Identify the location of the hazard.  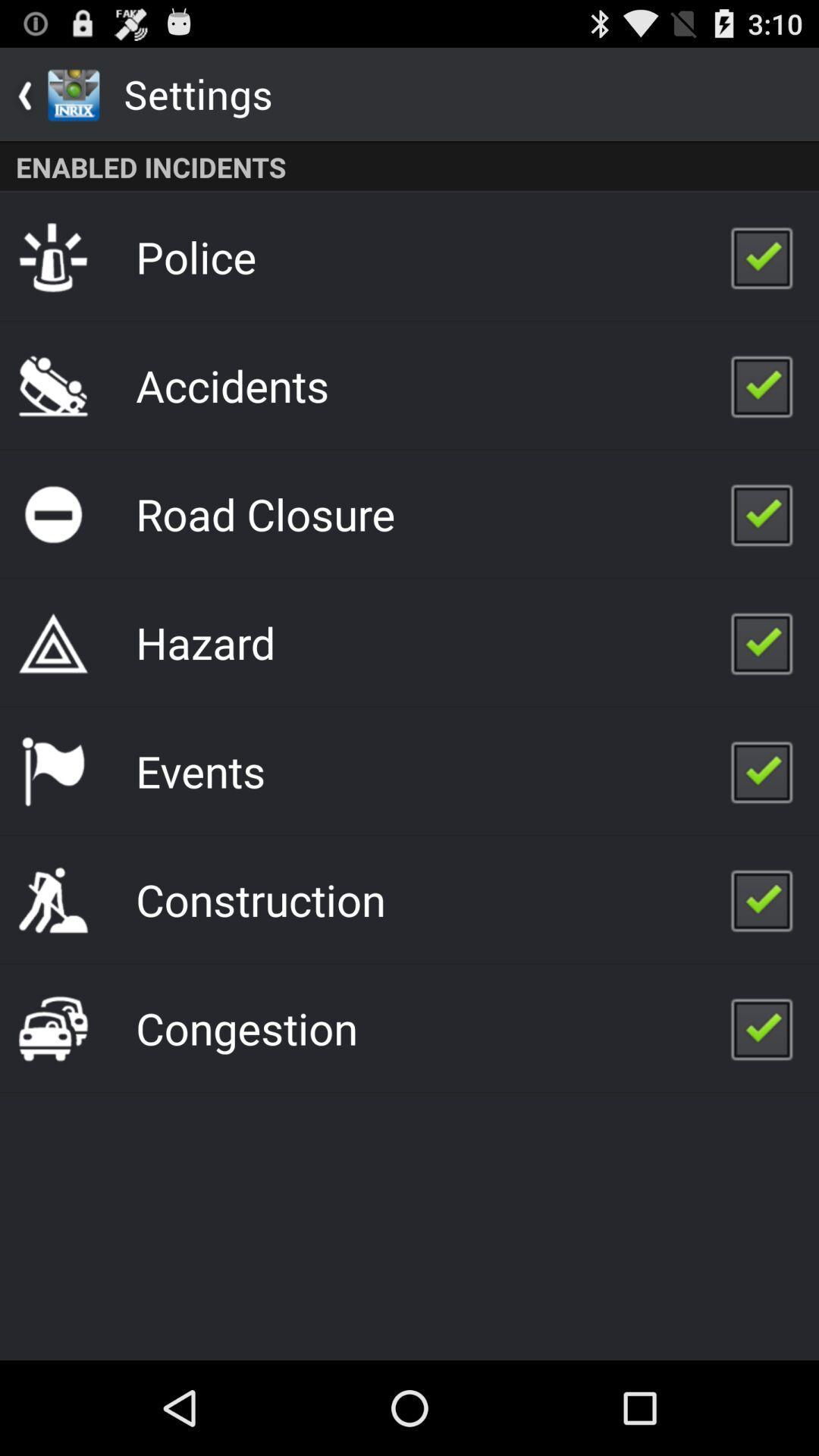
(206, 642).